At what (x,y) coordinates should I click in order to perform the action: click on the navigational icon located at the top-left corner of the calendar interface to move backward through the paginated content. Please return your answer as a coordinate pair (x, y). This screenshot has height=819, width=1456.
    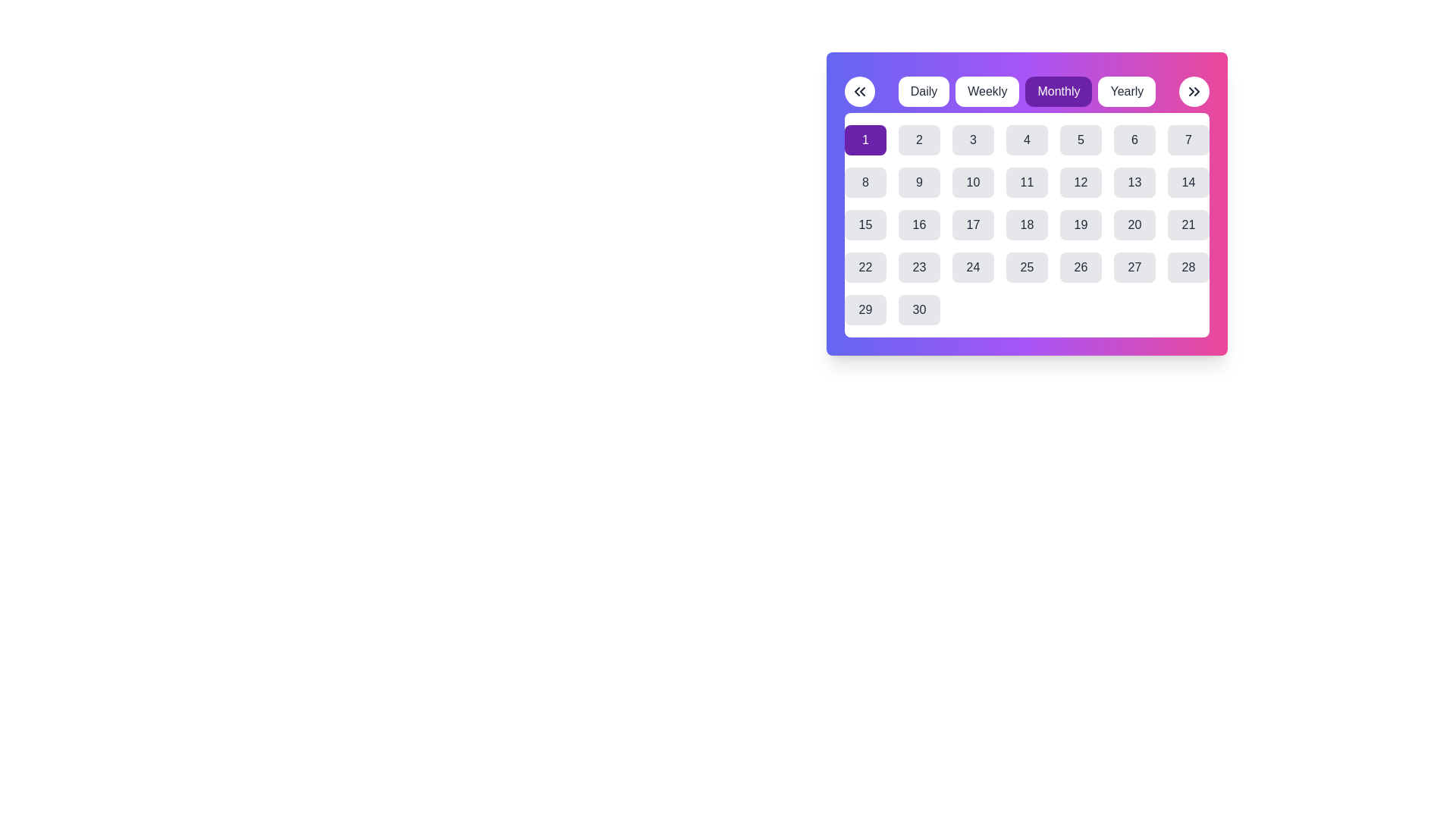
    Looking at the image, I should click on (859, 91).